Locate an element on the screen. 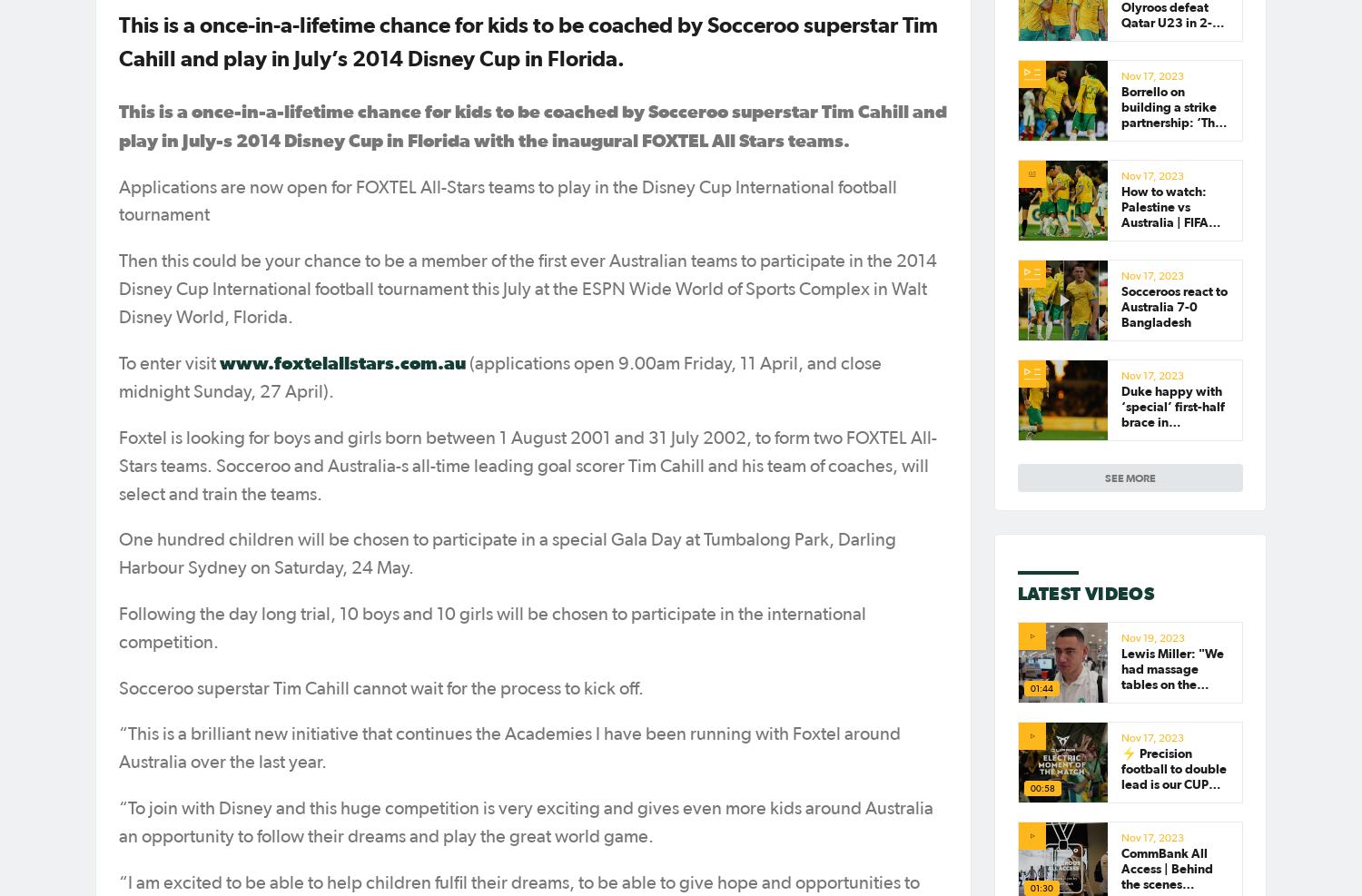 The image size is (1362, 896). 'Socceroos react to Australia 7-0 Bangladesh' is located at coordinates (1174, 305).